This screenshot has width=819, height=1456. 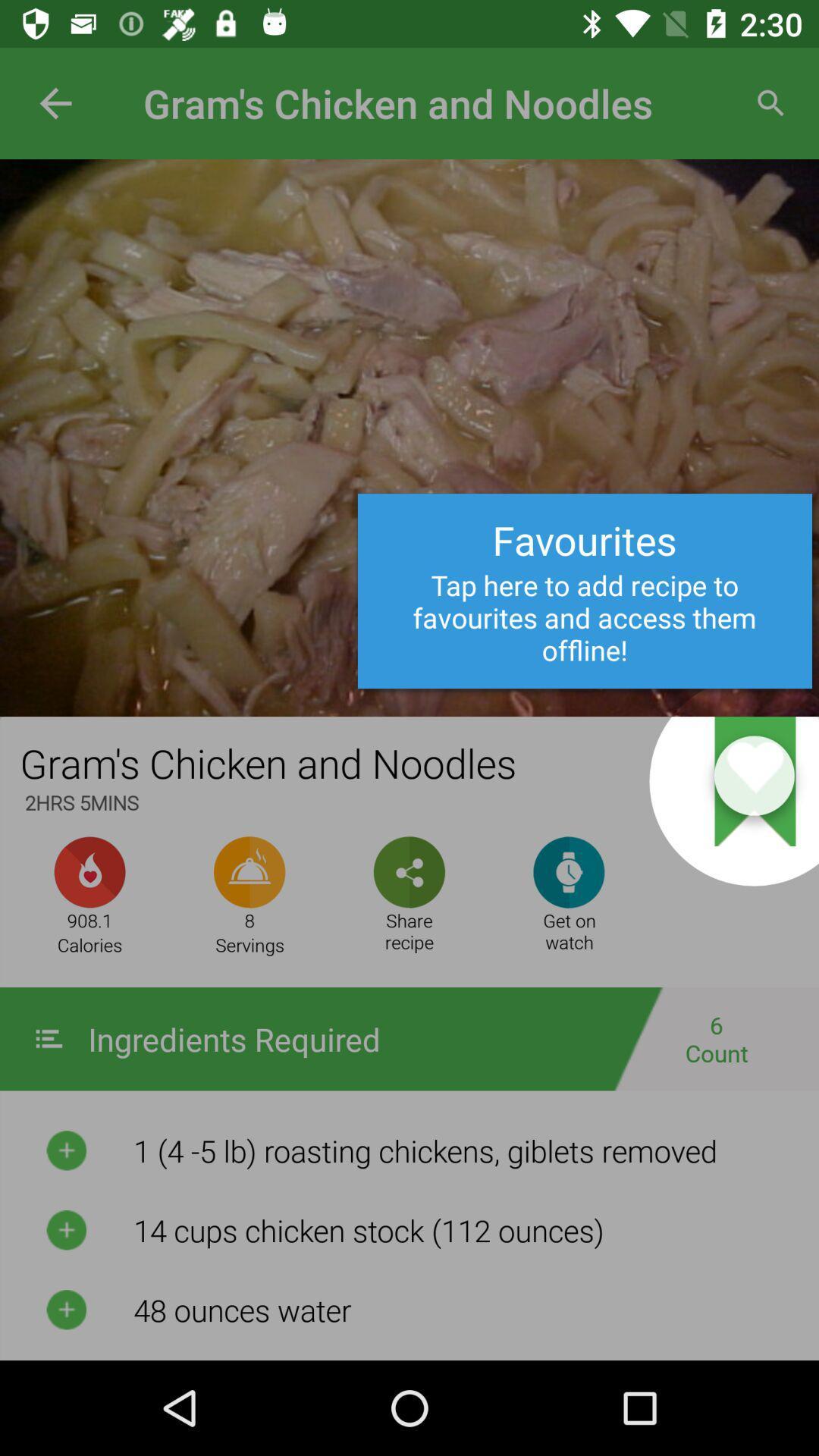 I want to click on the first text below the ingredients required, so click(x=465, y=1150).